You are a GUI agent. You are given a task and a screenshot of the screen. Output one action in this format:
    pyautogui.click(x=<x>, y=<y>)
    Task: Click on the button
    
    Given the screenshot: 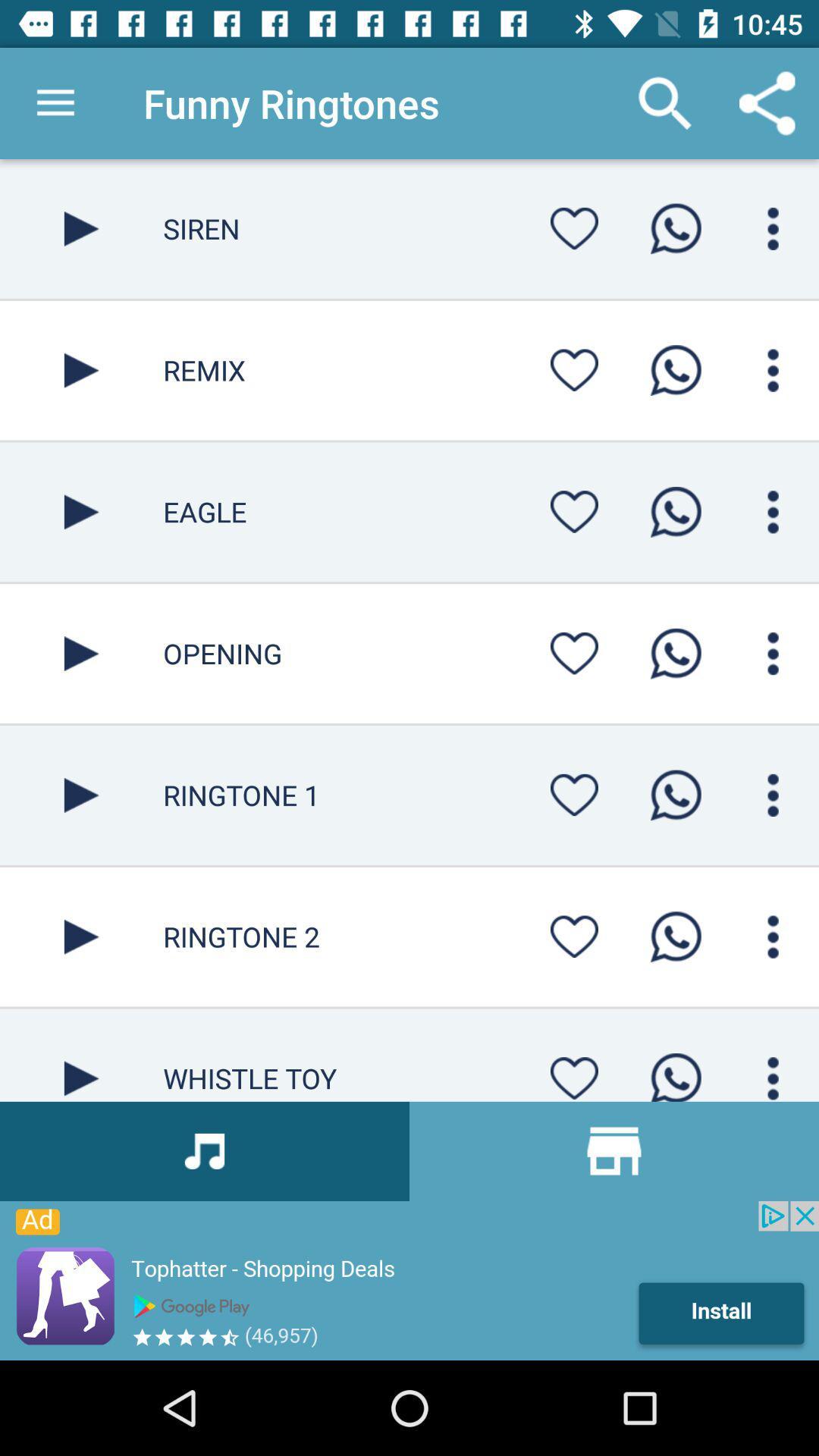 What is the action you would take?
    pyautogui.click(x=81, y=654)
    